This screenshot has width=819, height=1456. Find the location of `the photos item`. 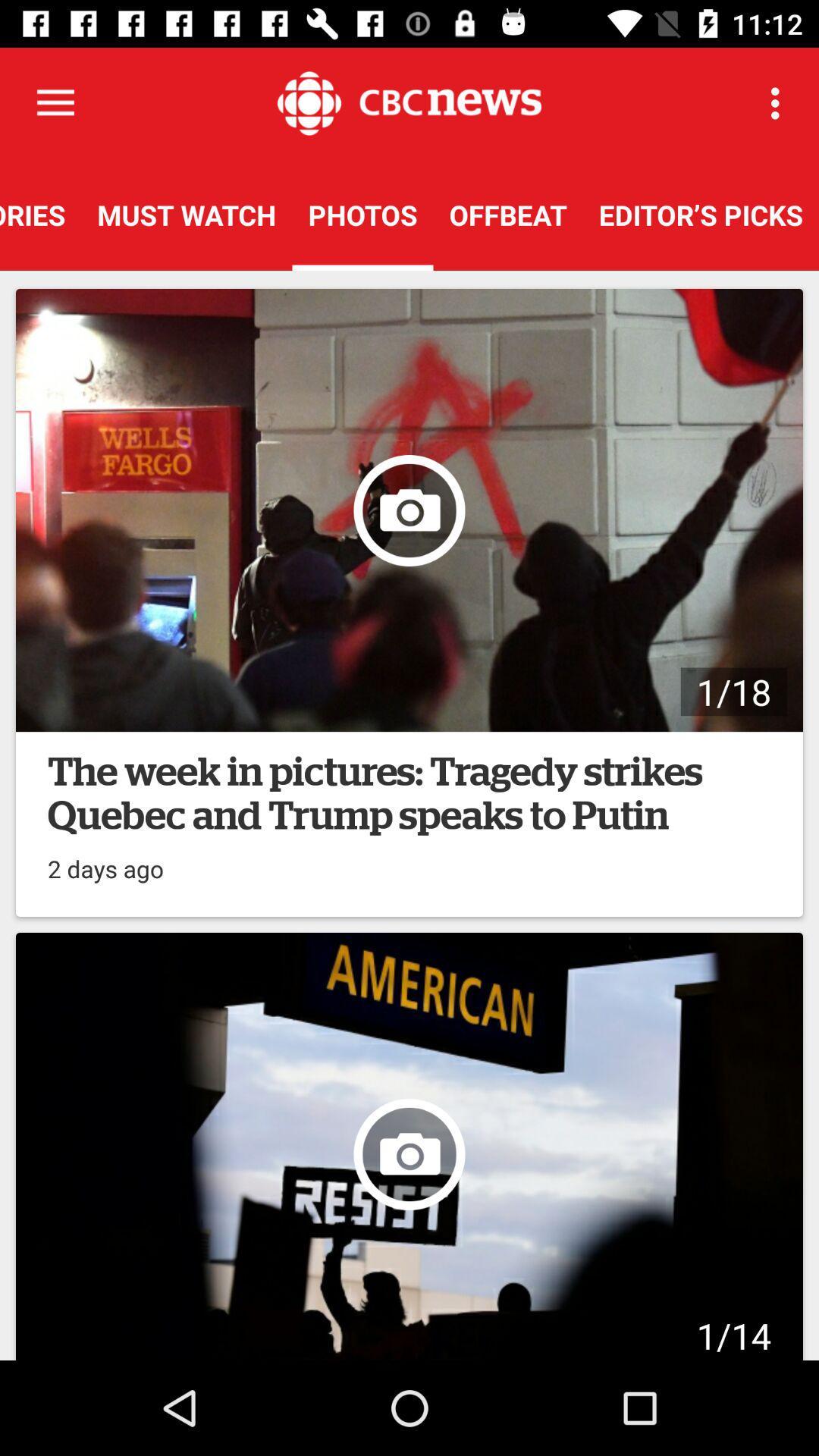

the photos item is located at coordinates (362, 214).